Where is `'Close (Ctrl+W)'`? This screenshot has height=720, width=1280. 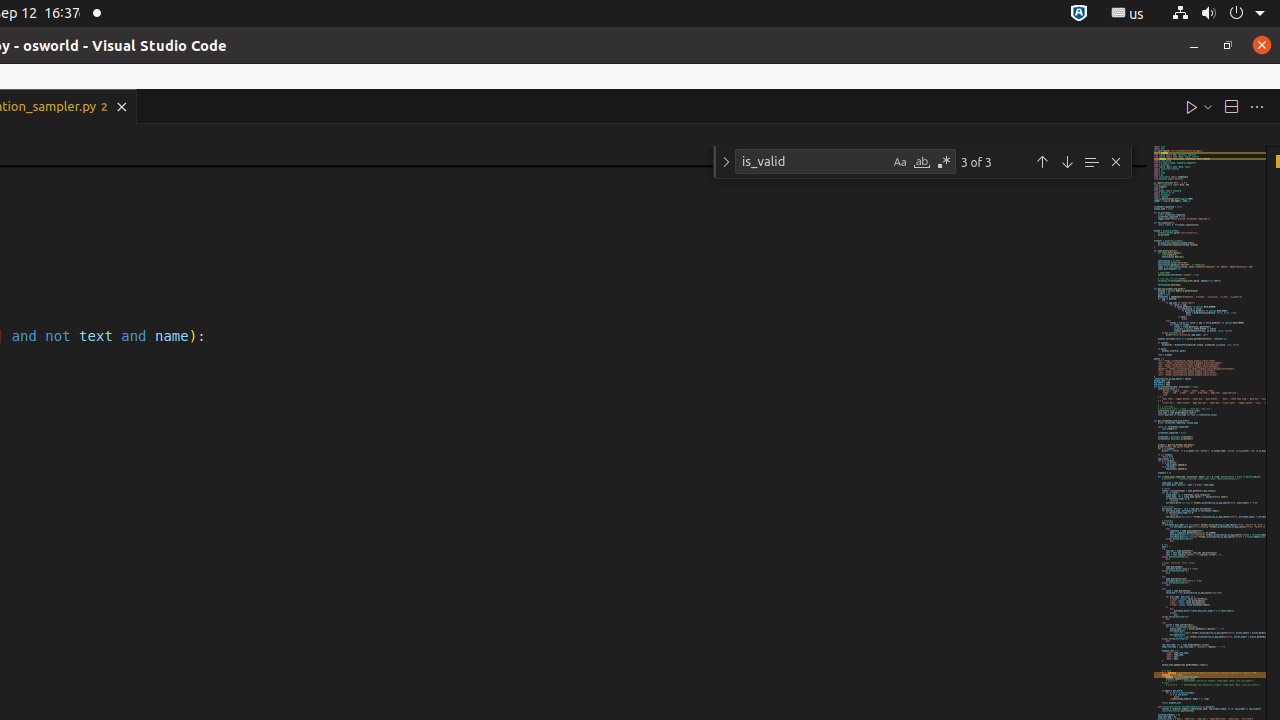
'Close (Ctrl+W)' is located at coordinates (120, 106).